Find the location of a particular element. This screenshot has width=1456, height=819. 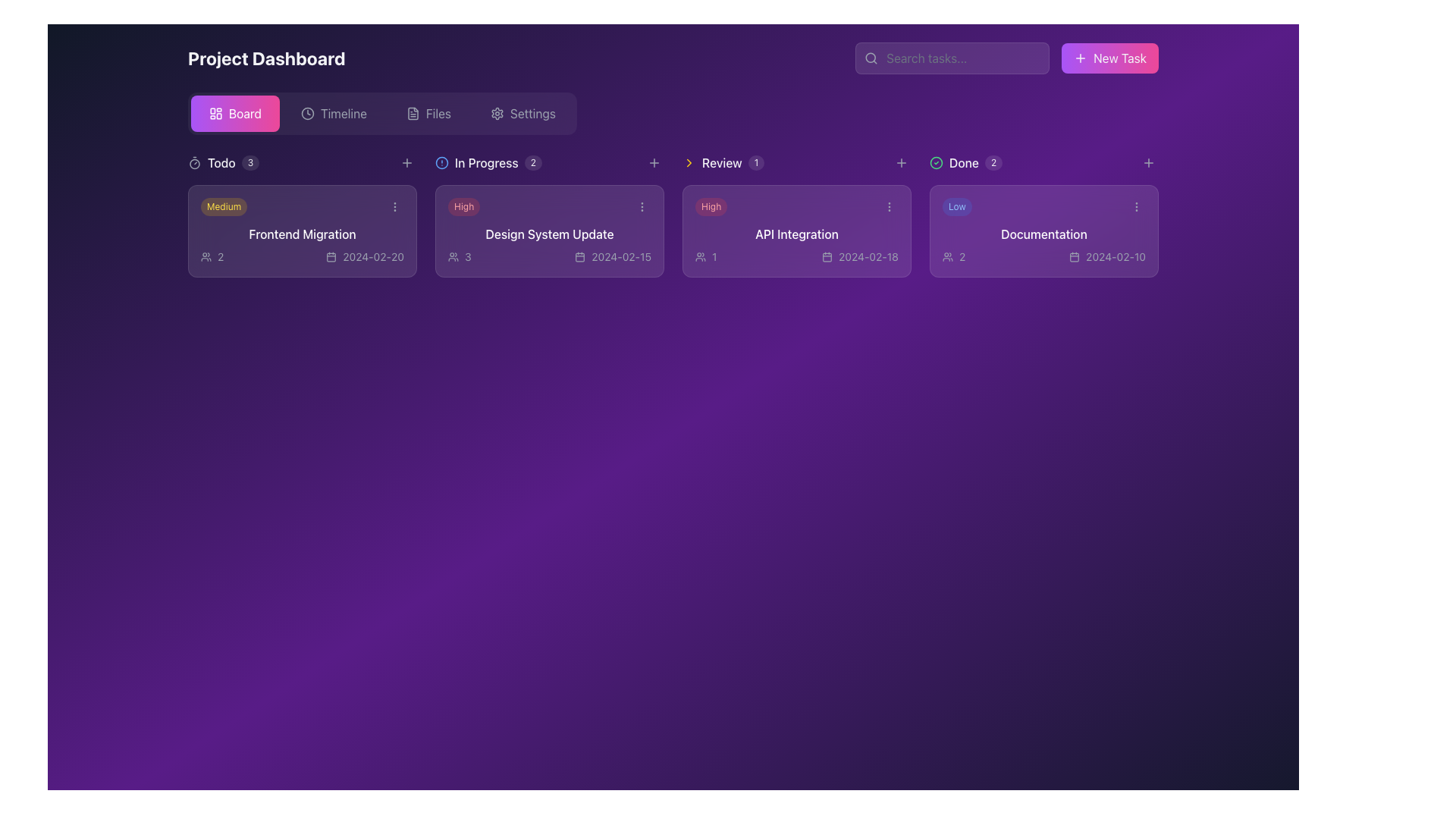

the Text label that serves as the title for a task or project entry, located within the 'High' card in the 'In Progress' column of the project management dashboard is located at coordinates (548, 234).